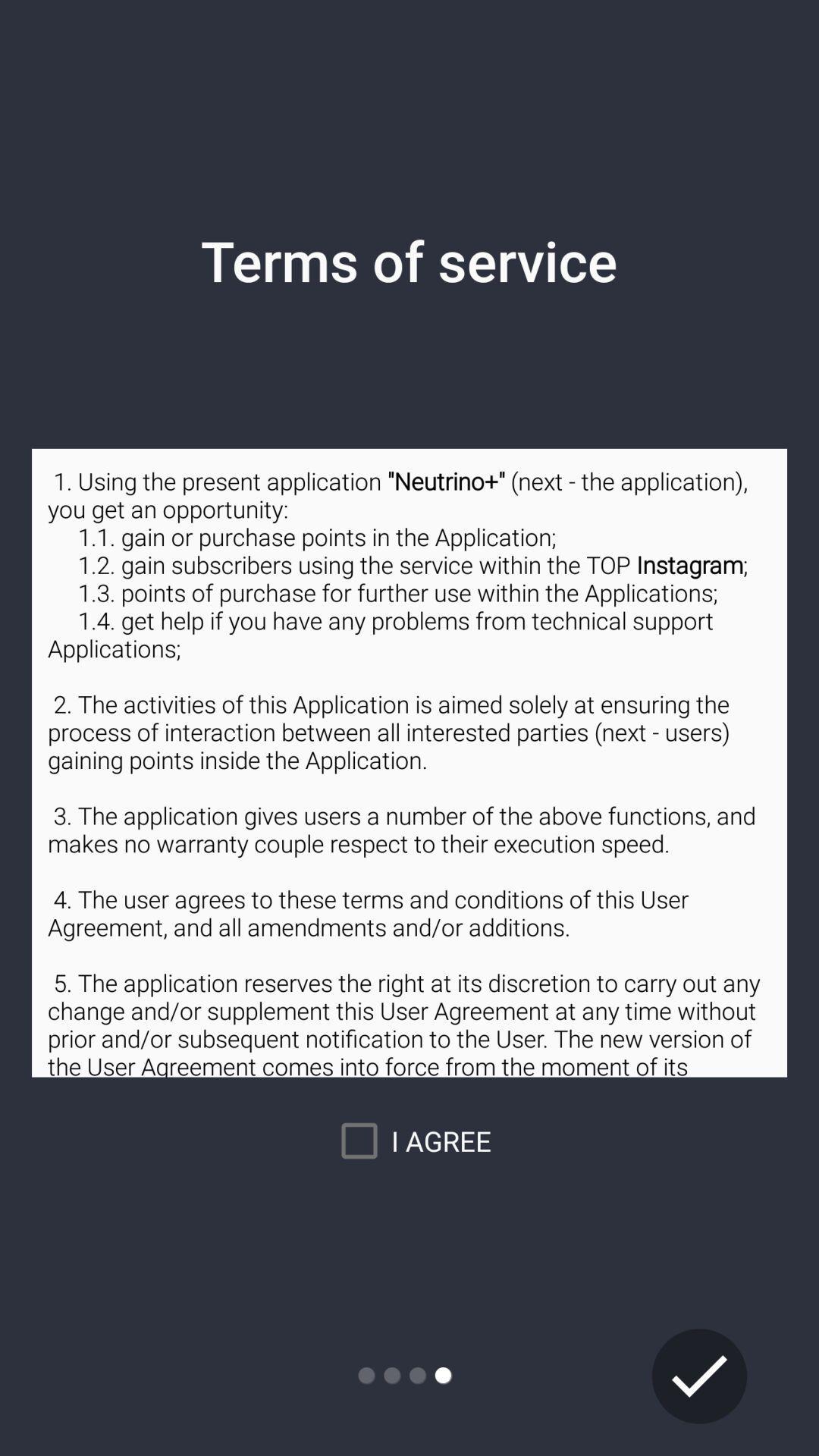  What do you see at coordinates (699, 1376) in the screenshot?
I see `icon below the 1 using the` at bounding box center [699, 1376].